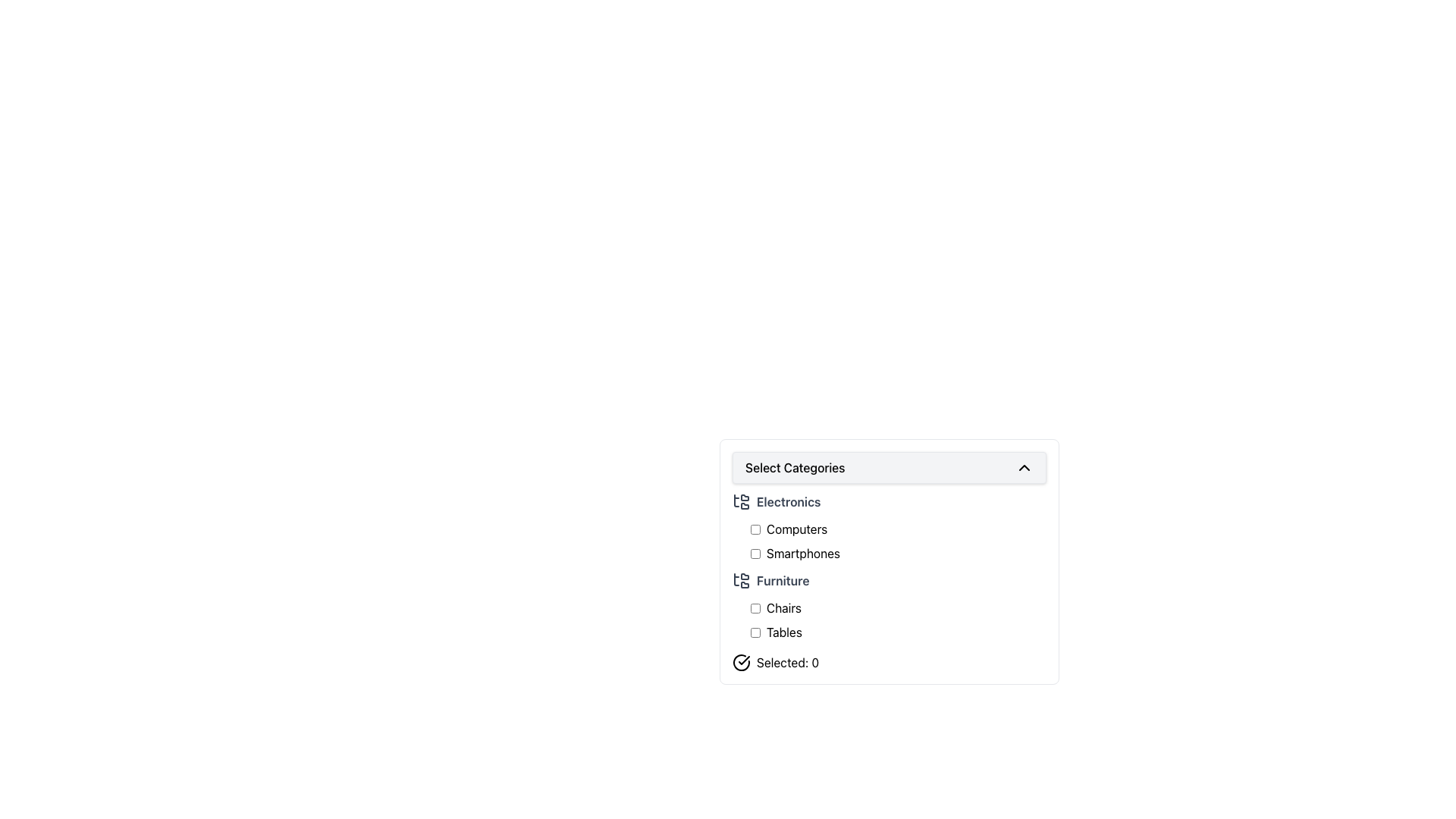  Describe the element at coordinates (742, 662) in the screenshot. I see `the visual state of the graphical icon shaped like a checkmark enclosed in a circle, which is located to the left of the text 'Selected: 0' at the bottom section of the category selection interface` at that location.